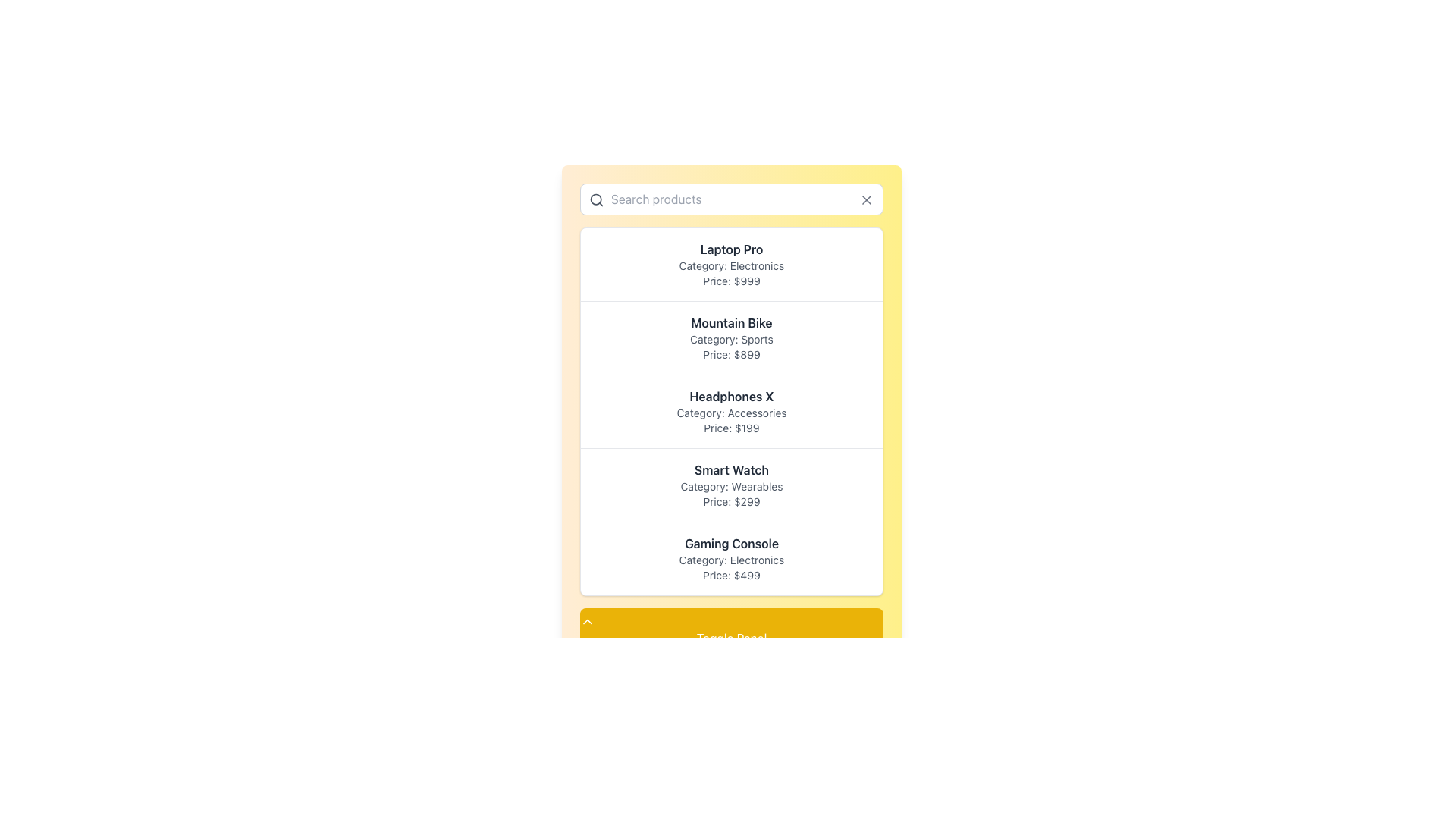 The height and width of the screenshot is (819, 1456). Describe the element at coordinates (866, 199) in the screenshot. I see `the close or clear icon located at the rightmost end of the search bar, which is used` at that location.